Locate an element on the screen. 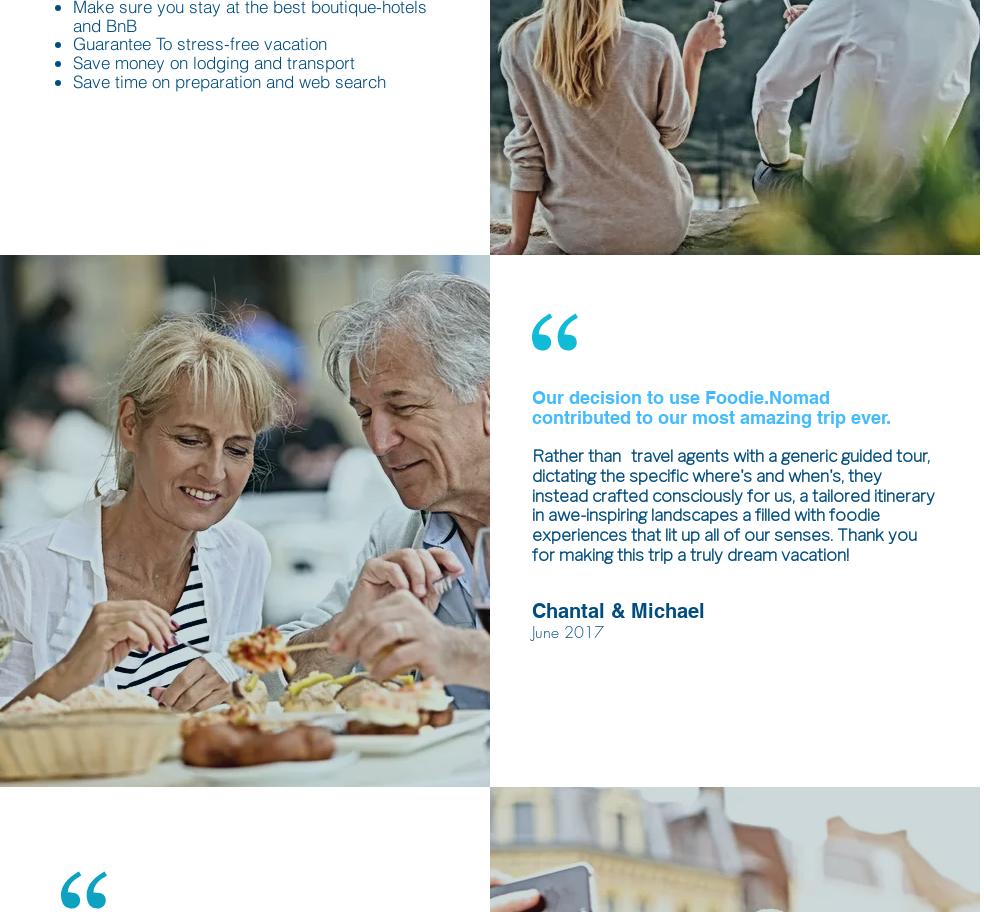  'Rather than' is located at coordinates (575, 456).